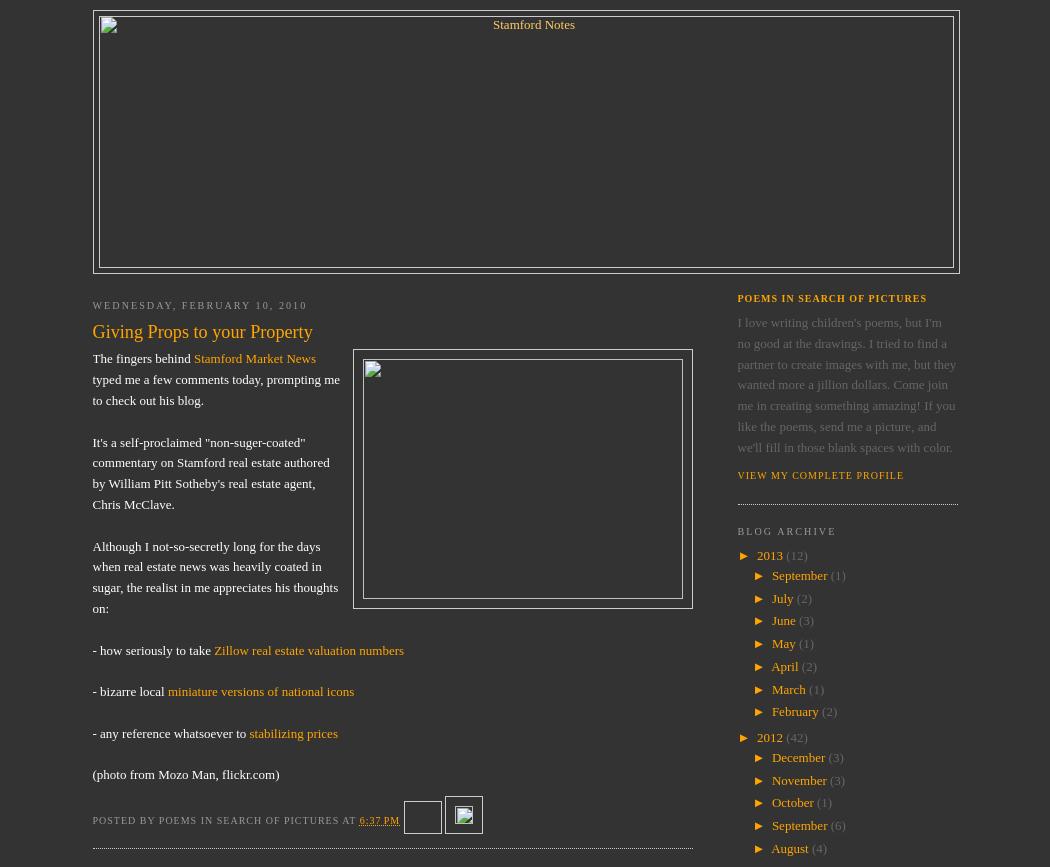 This screenshot has width=1050, height=867. What do you see at coordinates (795, 736) in the screenshot?
I see `'(42)'` at bounding box center [795, 736].